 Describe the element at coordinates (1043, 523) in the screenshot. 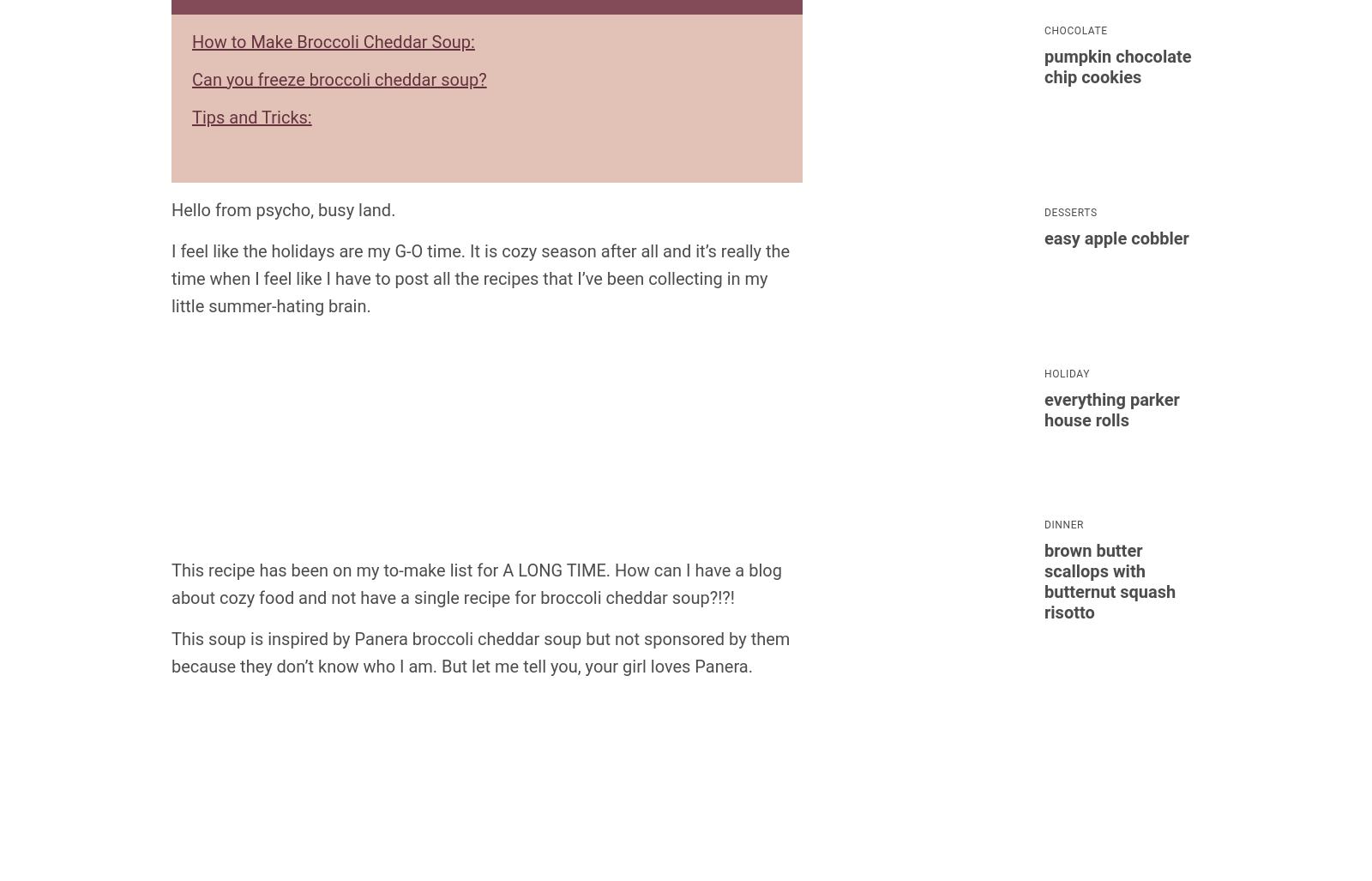

I see `'Dinner'` at that location.